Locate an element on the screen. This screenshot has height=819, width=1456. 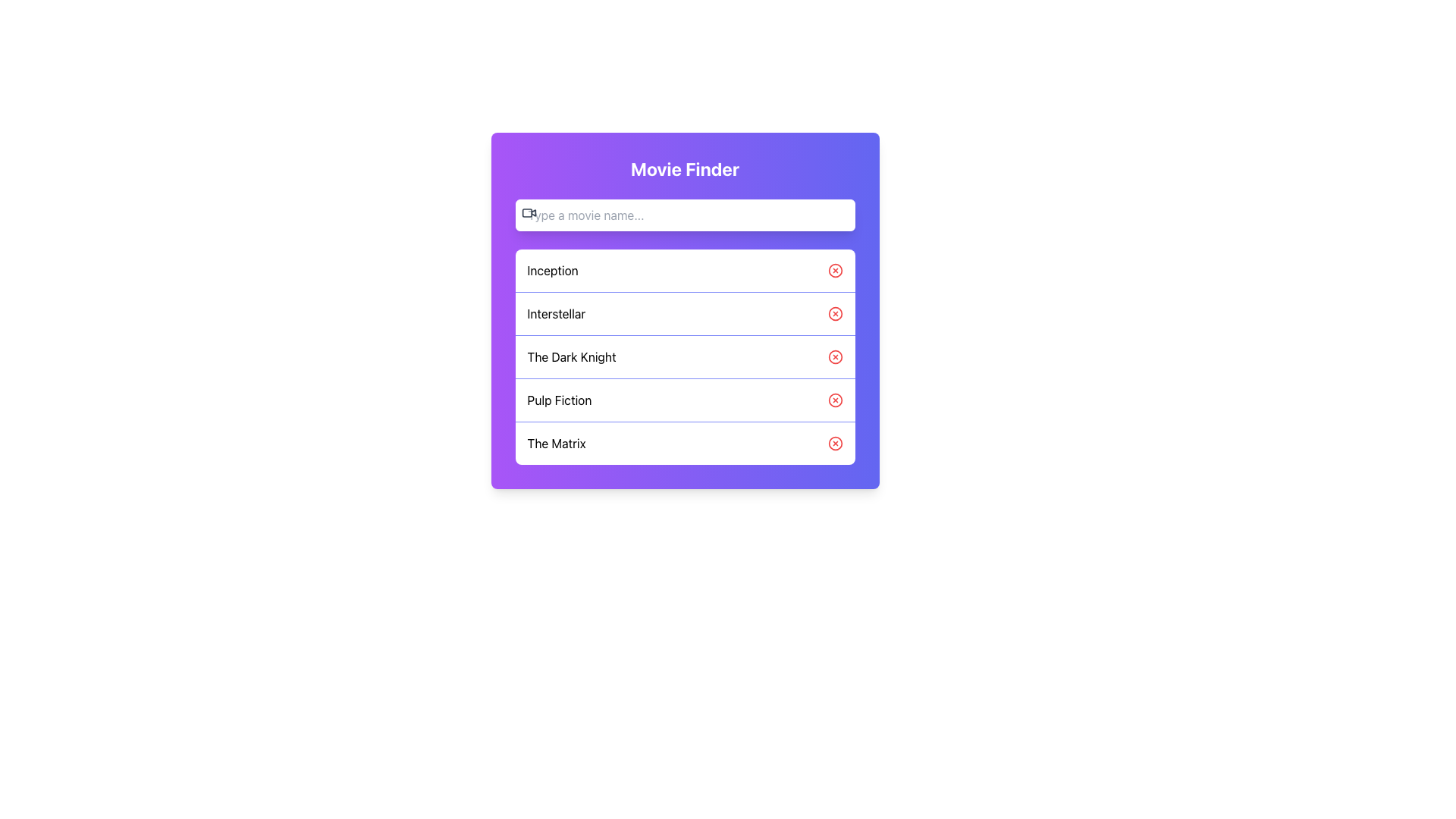
the delete button positioned to the far right of the 'Interstellar' list item is located at coordinates (834, 312).